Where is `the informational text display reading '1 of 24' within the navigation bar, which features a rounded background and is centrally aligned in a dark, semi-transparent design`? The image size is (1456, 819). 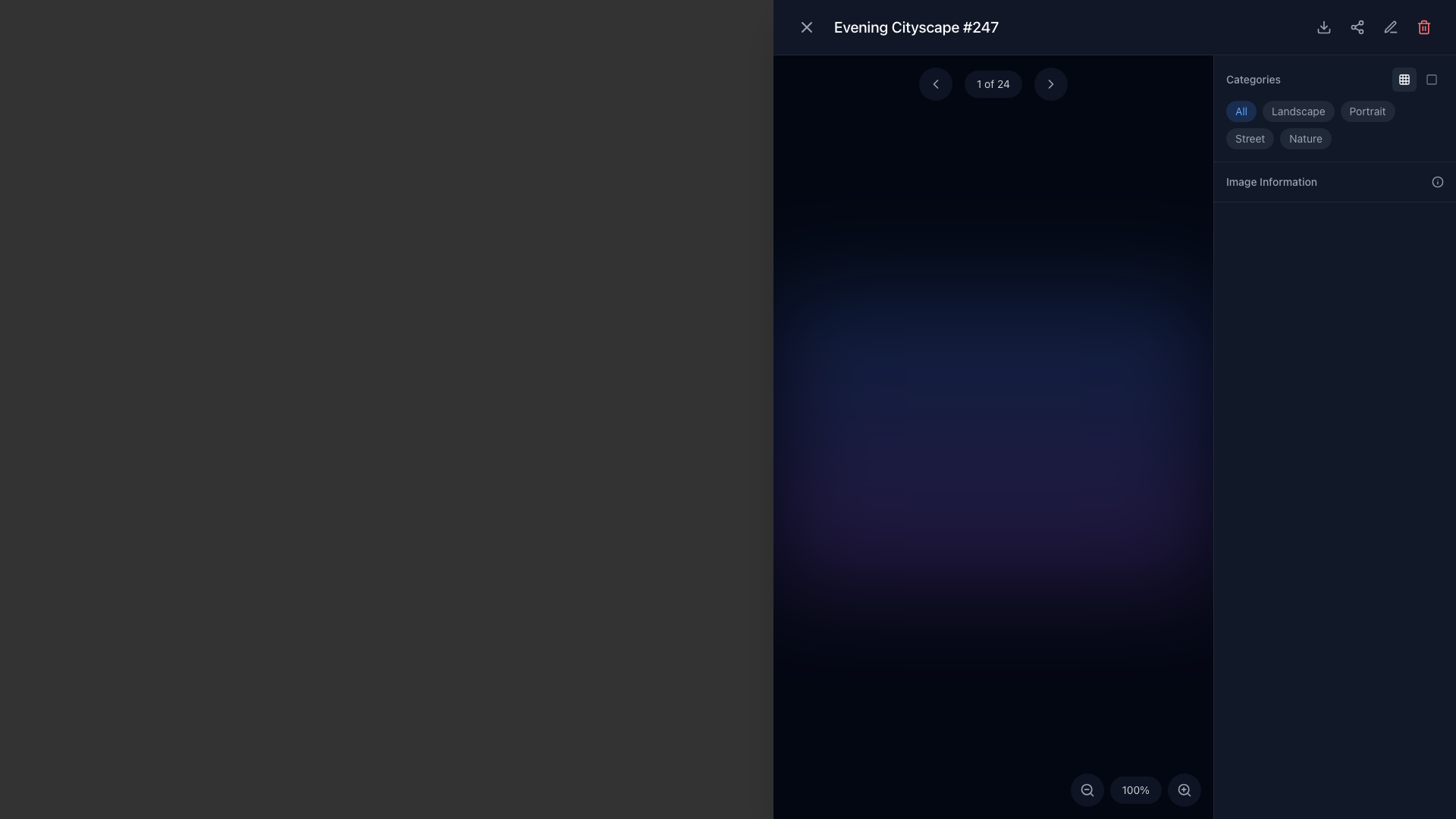 the informational text display reading '1 of 24' within the navigation bar, which features a rounded background and is centrally aligned in a dark, semi-transparent design is located at coordinates (993, 84).